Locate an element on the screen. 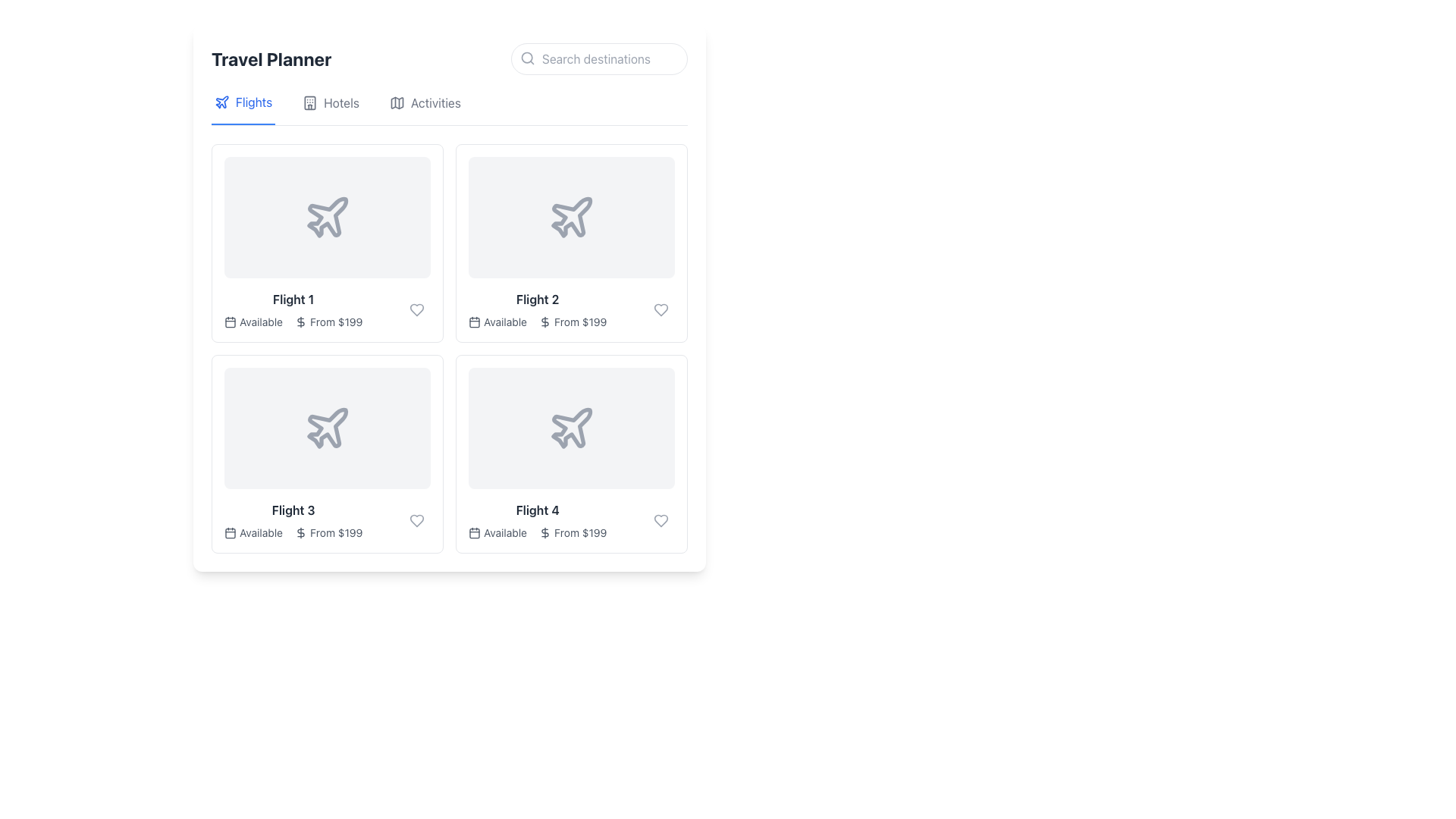  the 'Flight 3' card that contains the airplane icon, which is outlined in gray and visually centered within the card is located at coordinates (327, 428).